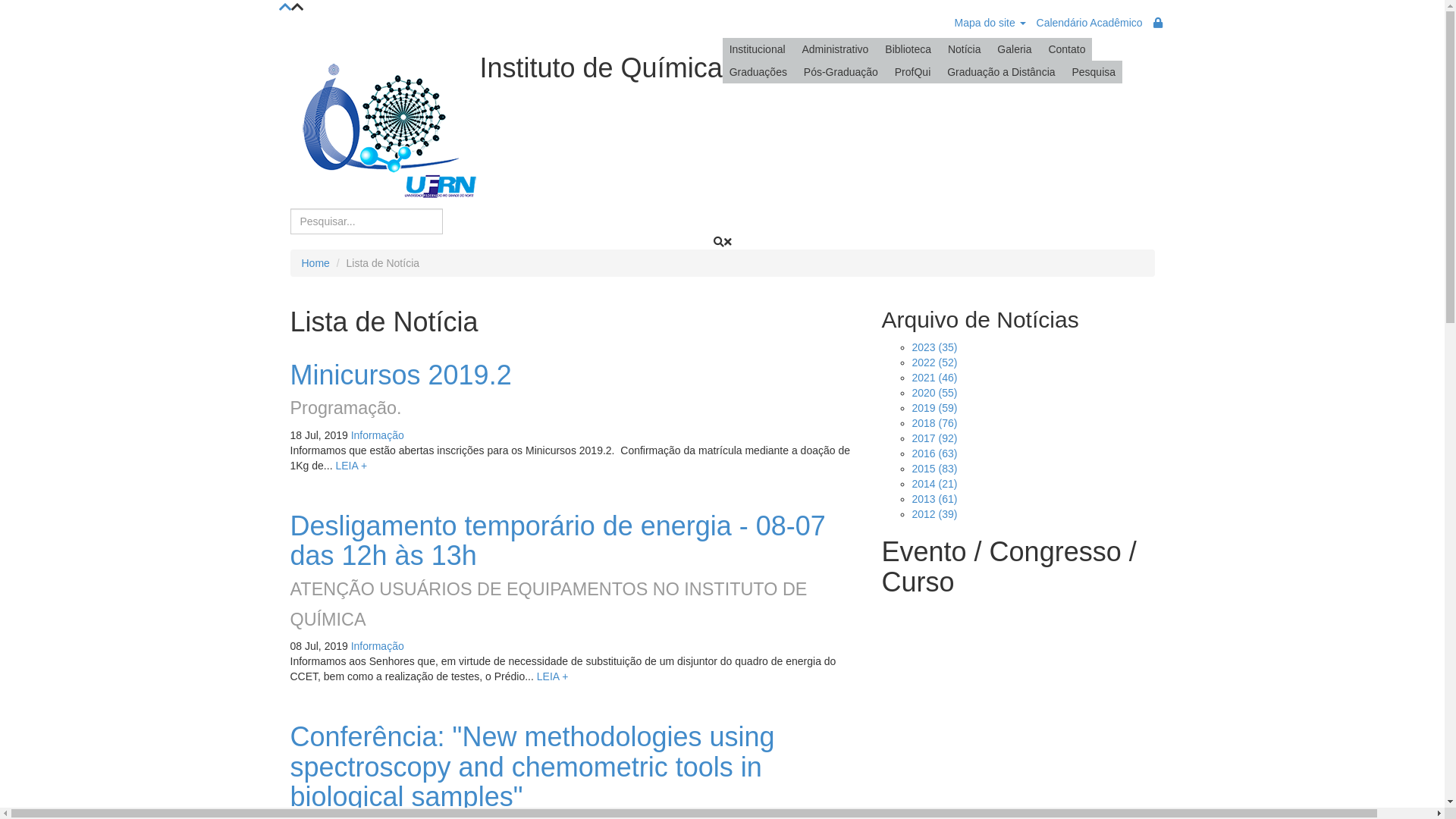 The image size is (1456, 819). I want to click on '2019 (59)', so click(934, 406).